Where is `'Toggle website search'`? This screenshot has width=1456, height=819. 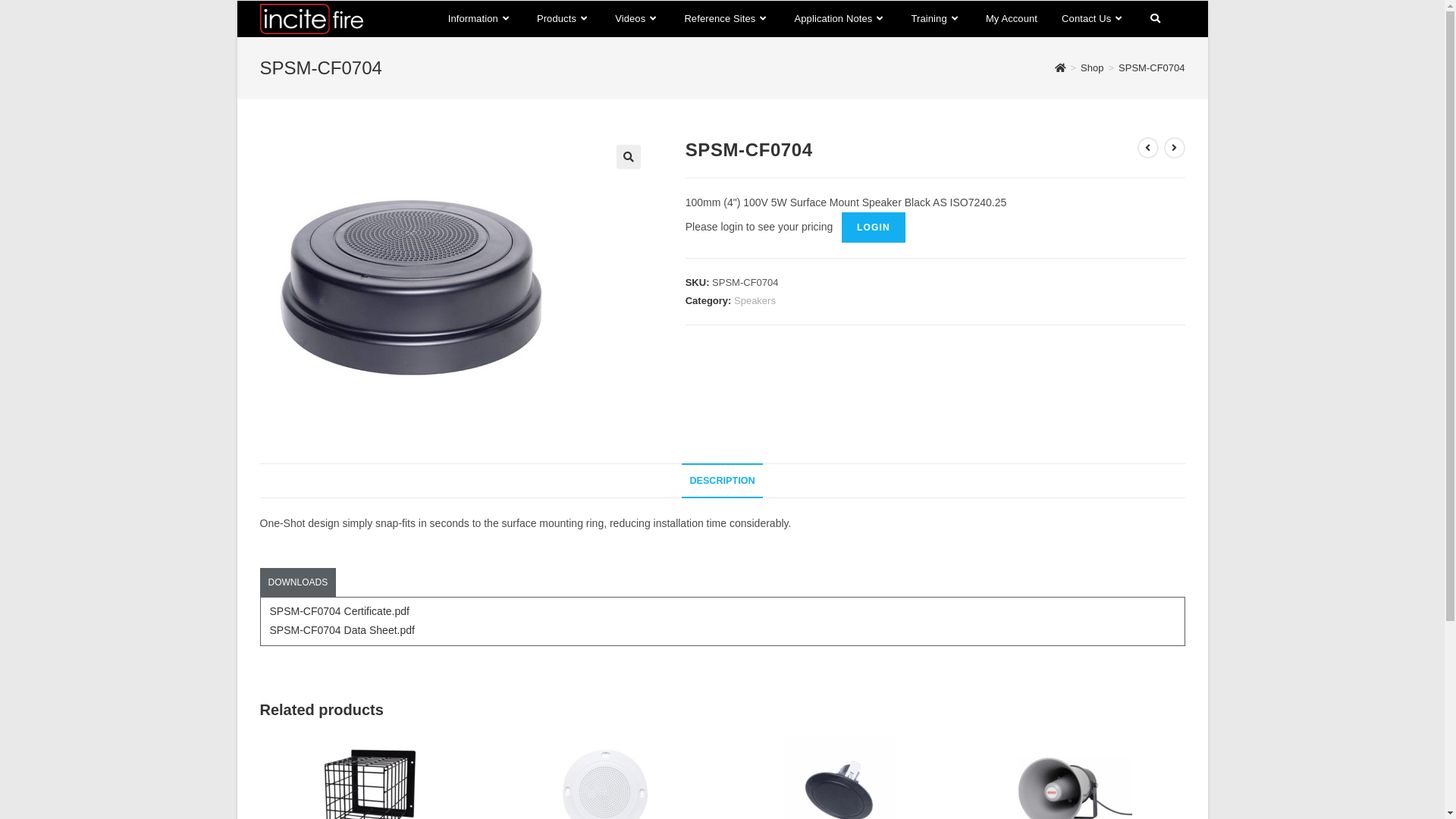 'Toggle website search' is located at coordinates (1153, 18).